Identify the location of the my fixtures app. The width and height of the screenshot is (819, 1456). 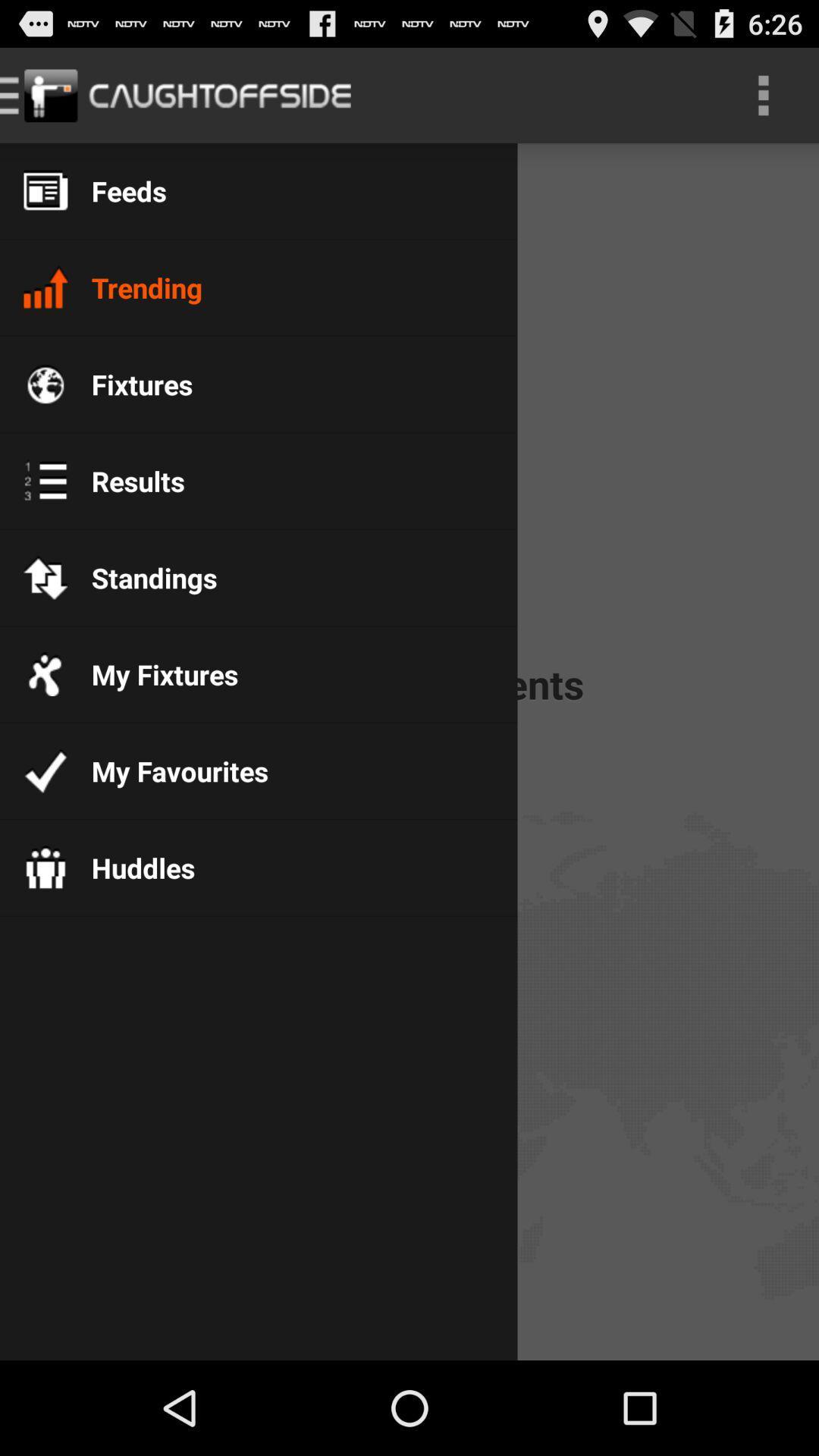
(152, 673).